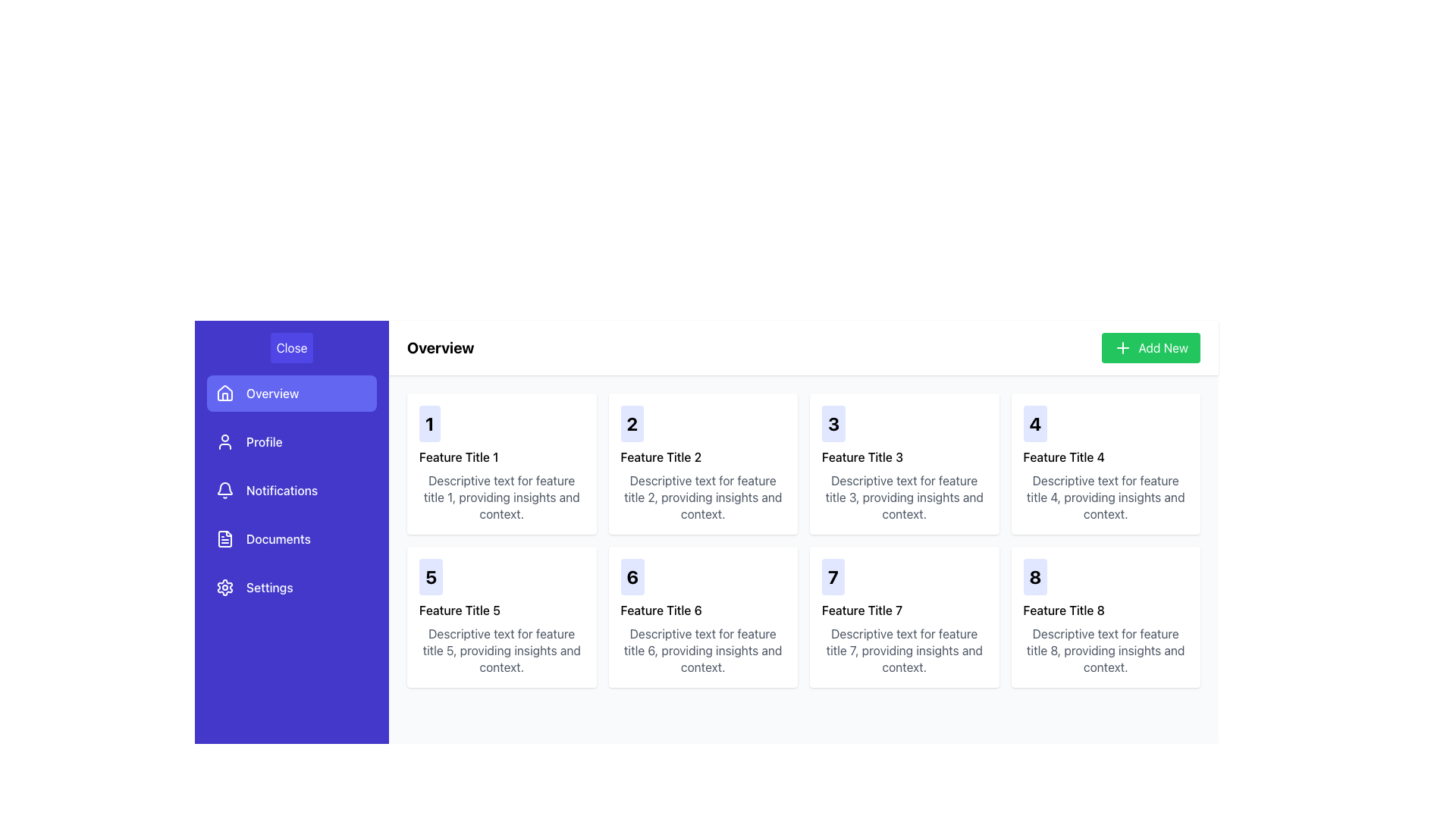  Describe the element at coordinates (224, 441) in the screenshot. I see `the 'Profile' icon in the left sidebar` at that location.